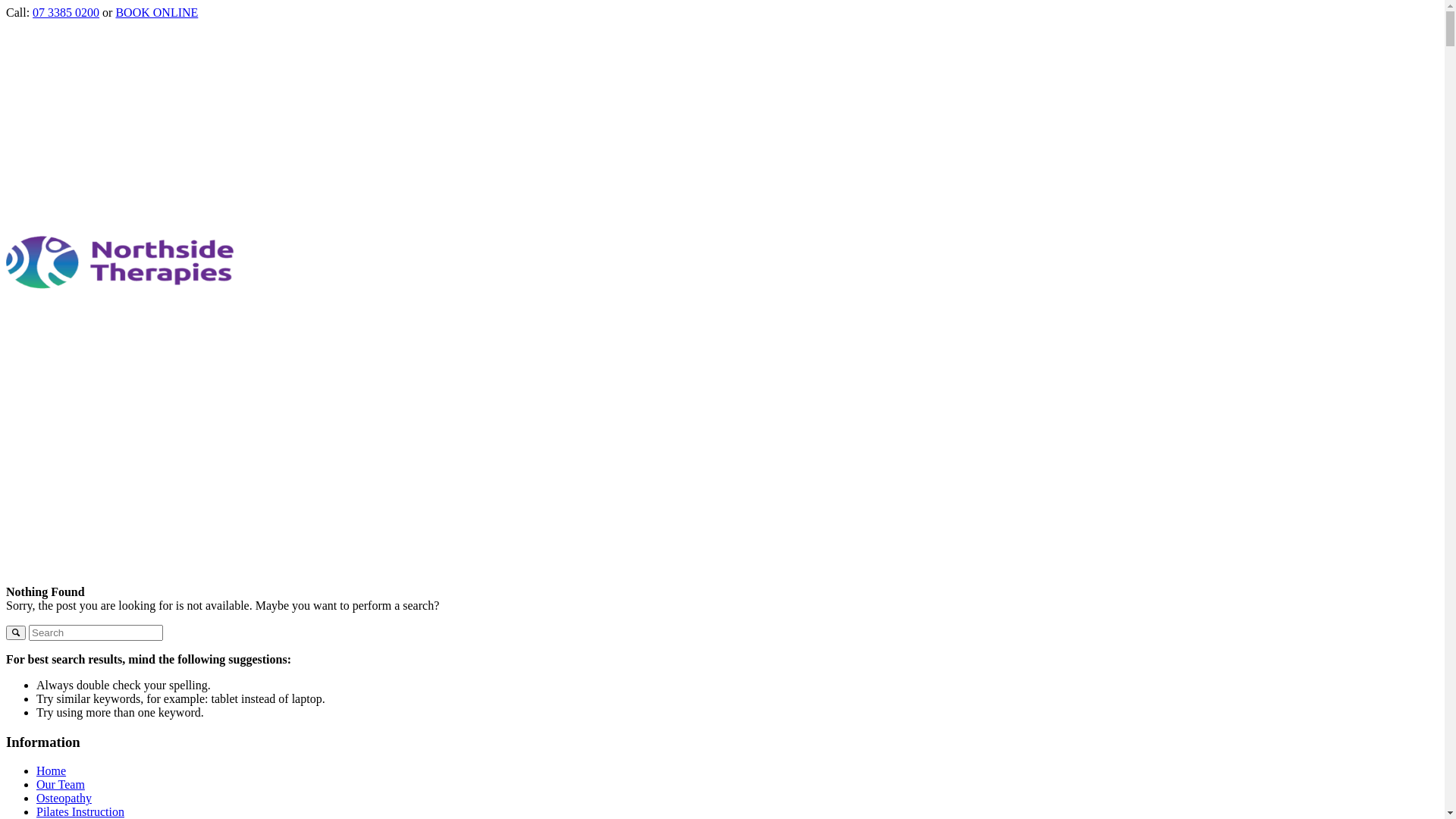 This screenshot has width=1456, height=819. Describe the element at coordinates (79, 811) in the screenshot. I see `'Pilates Instruction'` at that location.